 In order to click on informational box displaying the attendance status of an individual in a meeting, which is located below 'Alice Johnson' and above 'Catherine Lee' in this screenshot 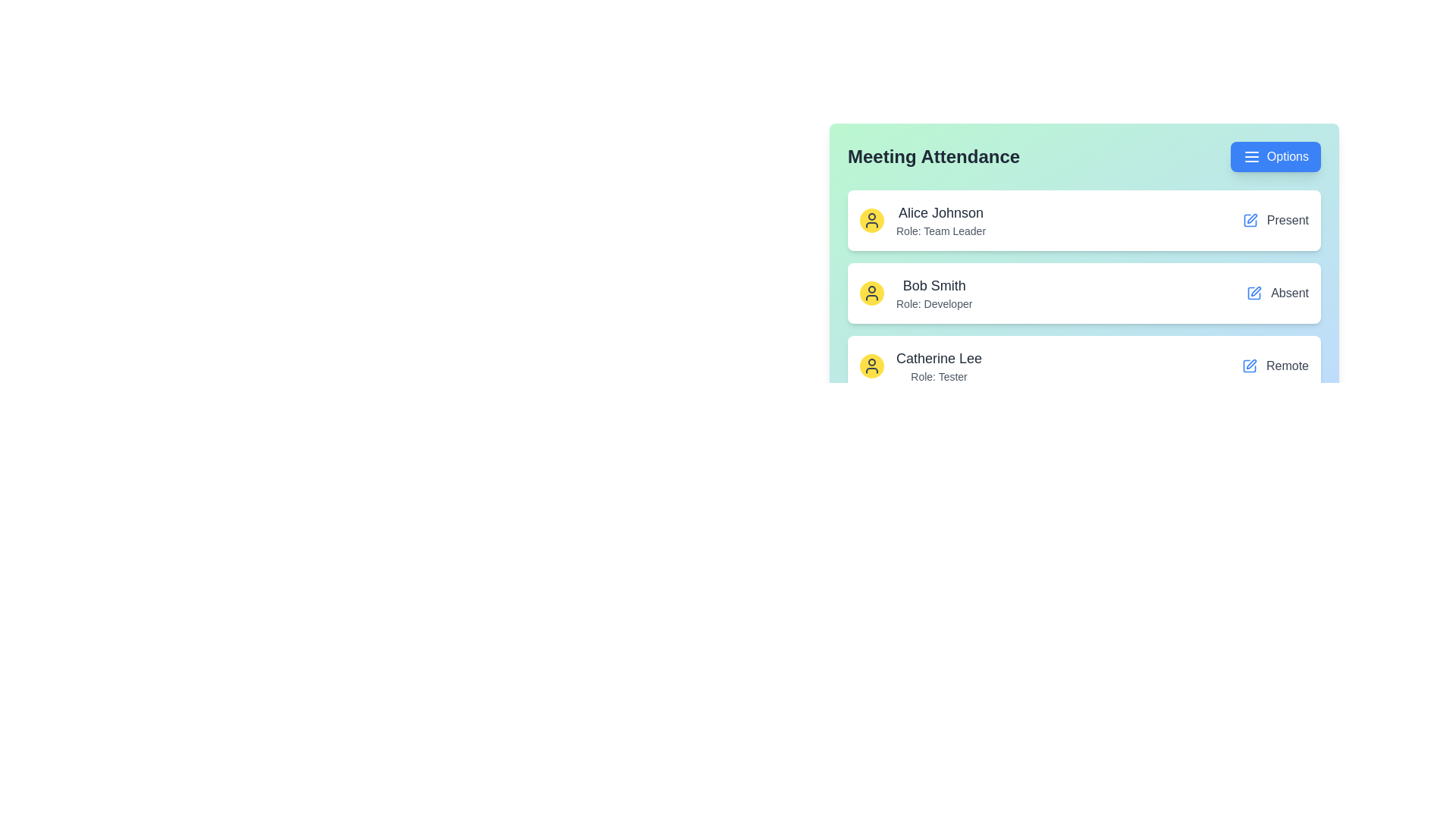, I will do `click(1084, 268)`.